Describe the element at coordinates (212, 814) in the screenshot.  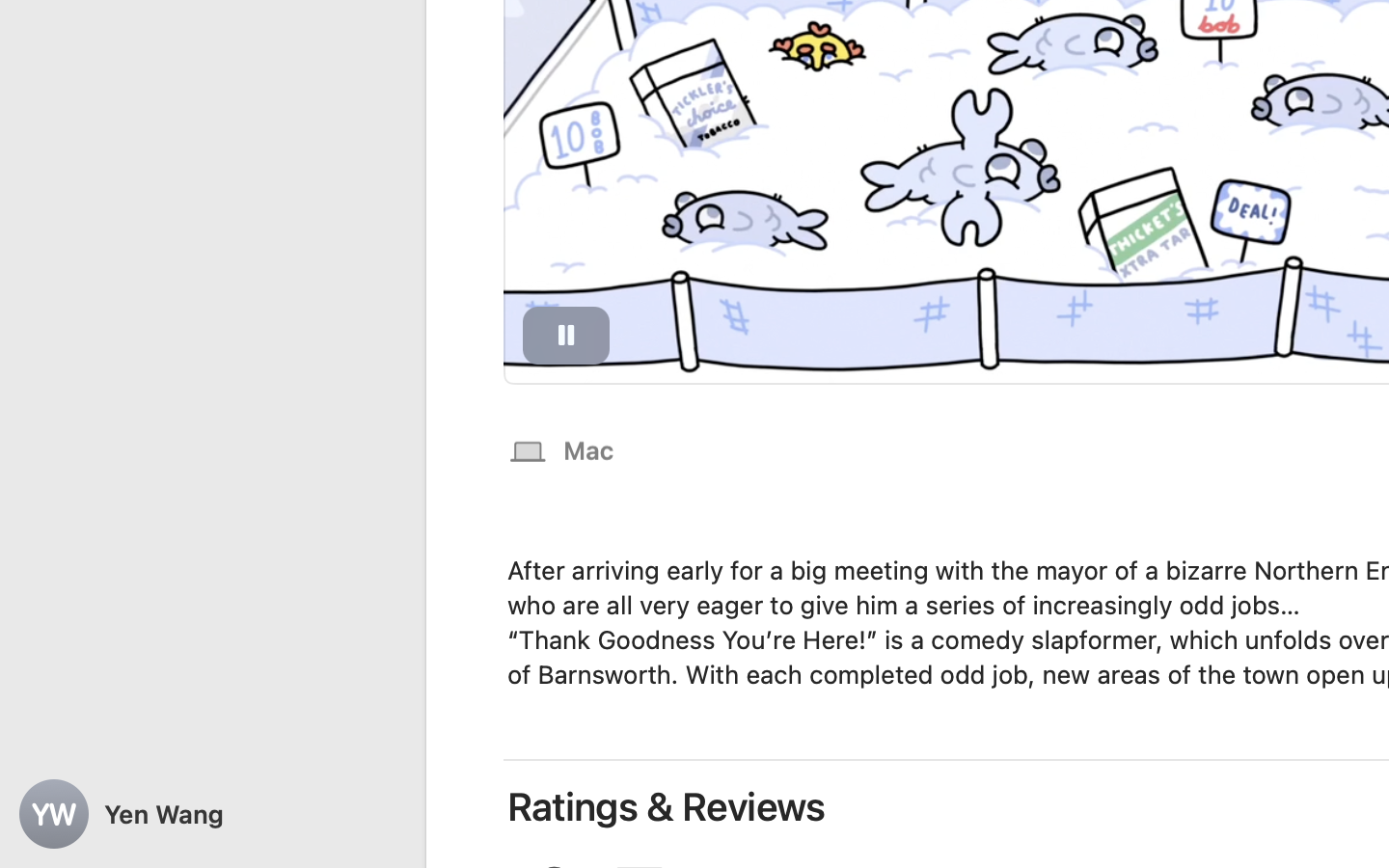
I see `'Yen Wang'` at that location.